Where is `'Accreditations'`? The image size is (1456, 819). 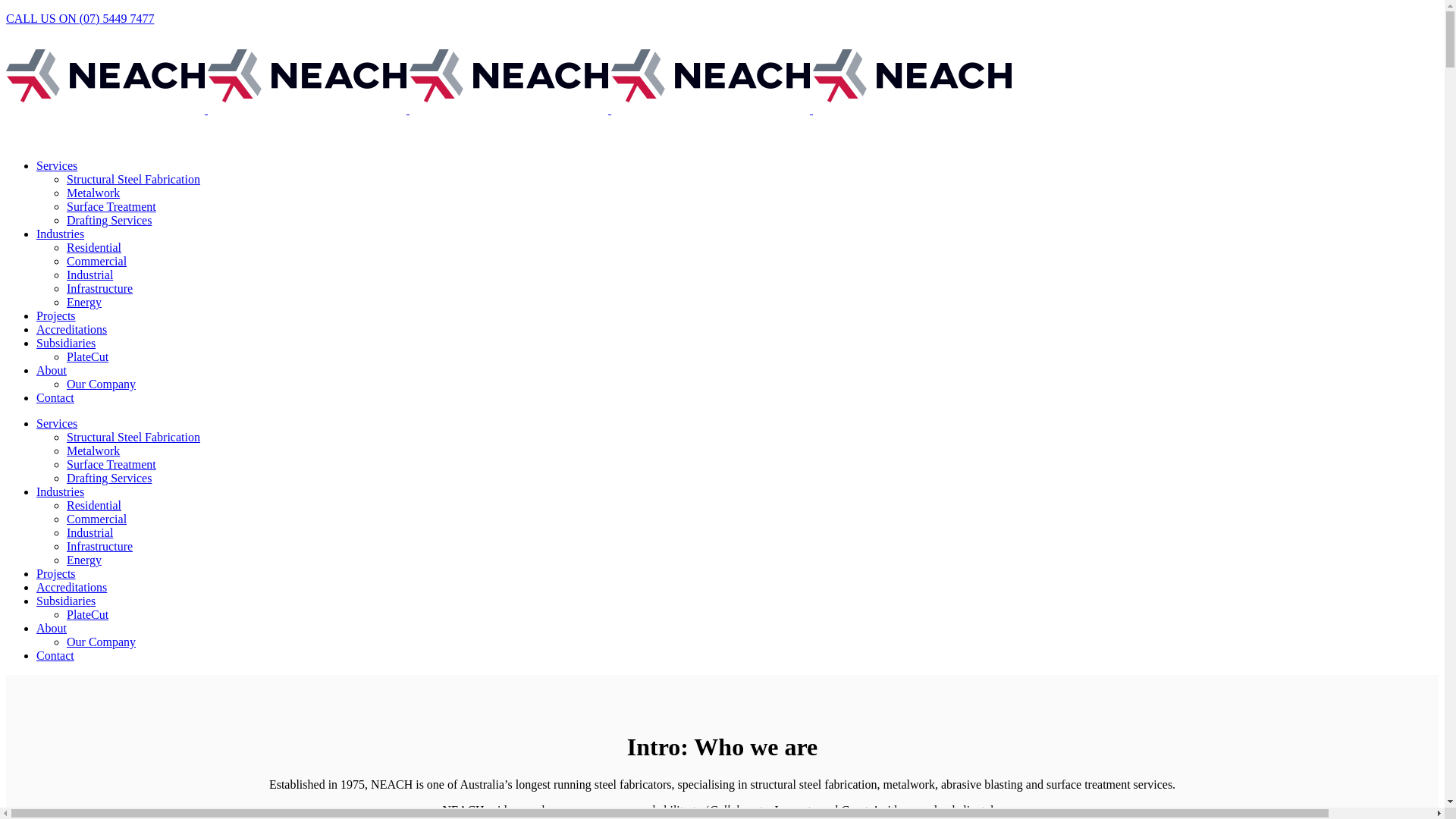
'Accreditations' is located at coordinates (71, 586).